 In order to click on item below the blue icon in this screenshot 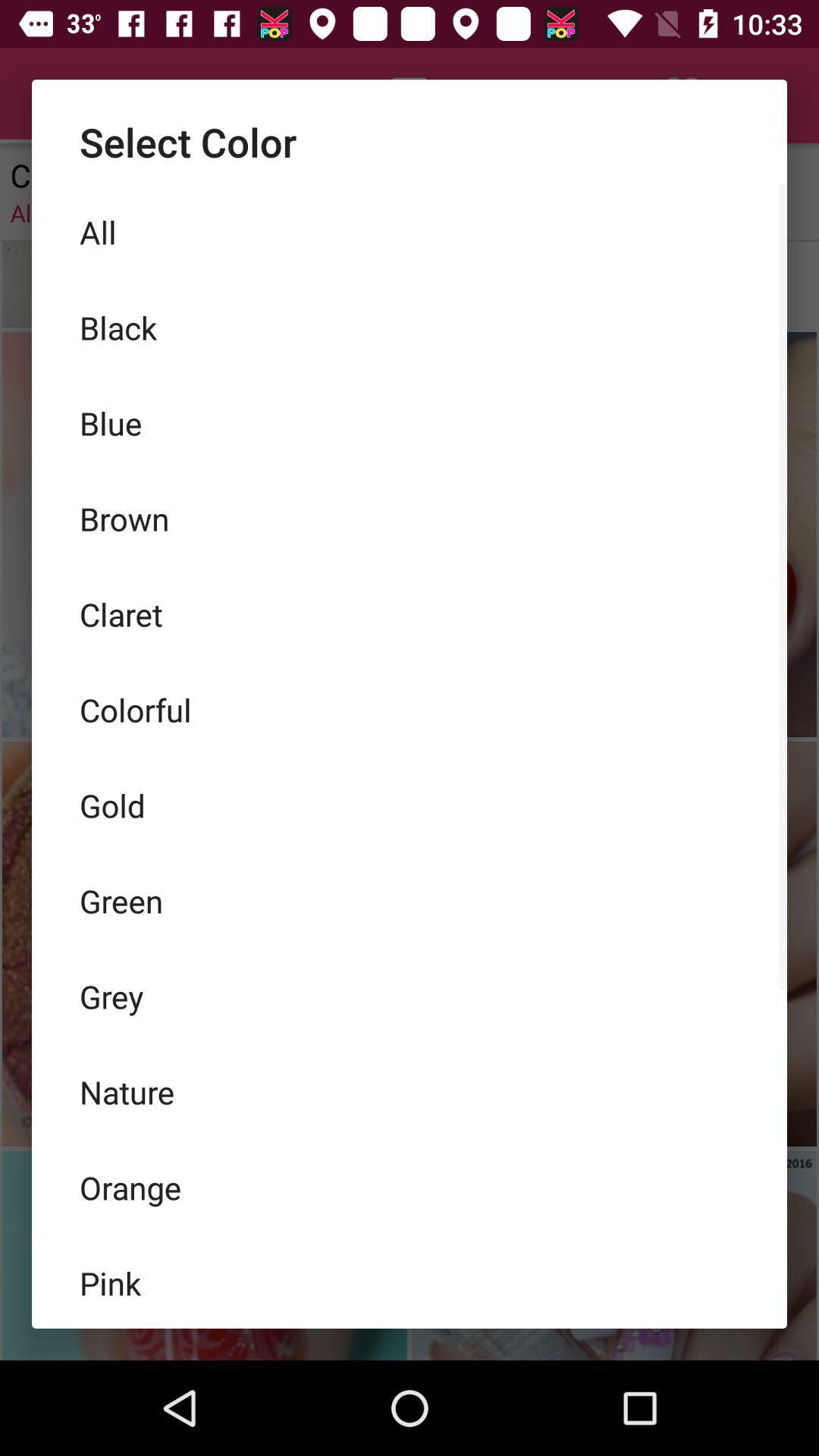, I will do `click(409, 519)`.